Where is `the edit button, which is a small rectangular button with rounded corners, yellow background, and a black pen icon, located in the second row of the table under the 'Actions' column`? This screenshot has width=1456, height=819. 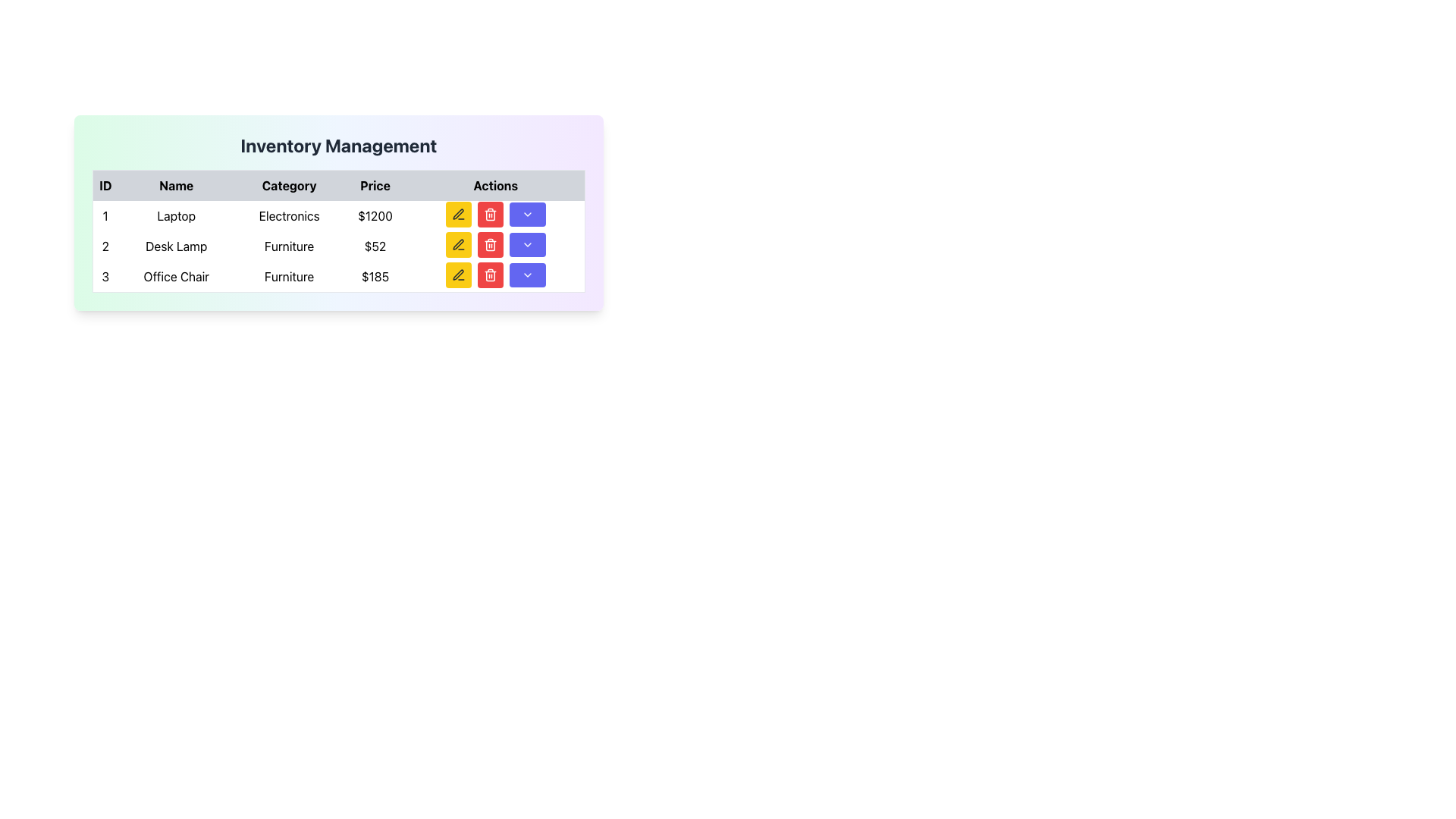 the edit button, which is a small rectangular button with rounded corners, yellow background, and a black pen icon, located in the second row of the table under the 'Actions' column is located at coordinates (457, 244).